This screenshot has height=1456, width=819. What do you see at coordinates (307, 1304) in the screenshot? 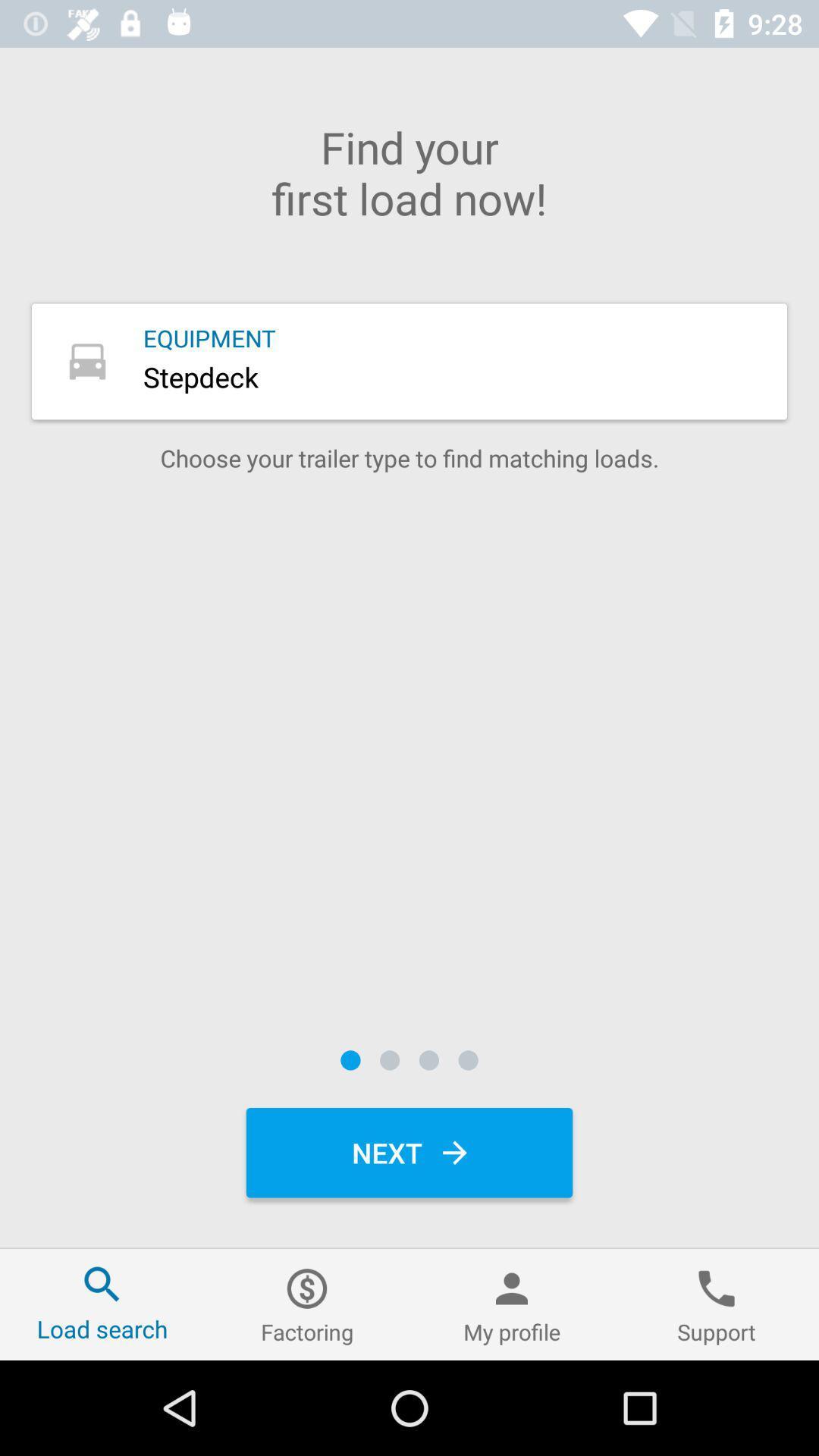
I see `the item next to the my profile` at bounding box center [307, 1304].